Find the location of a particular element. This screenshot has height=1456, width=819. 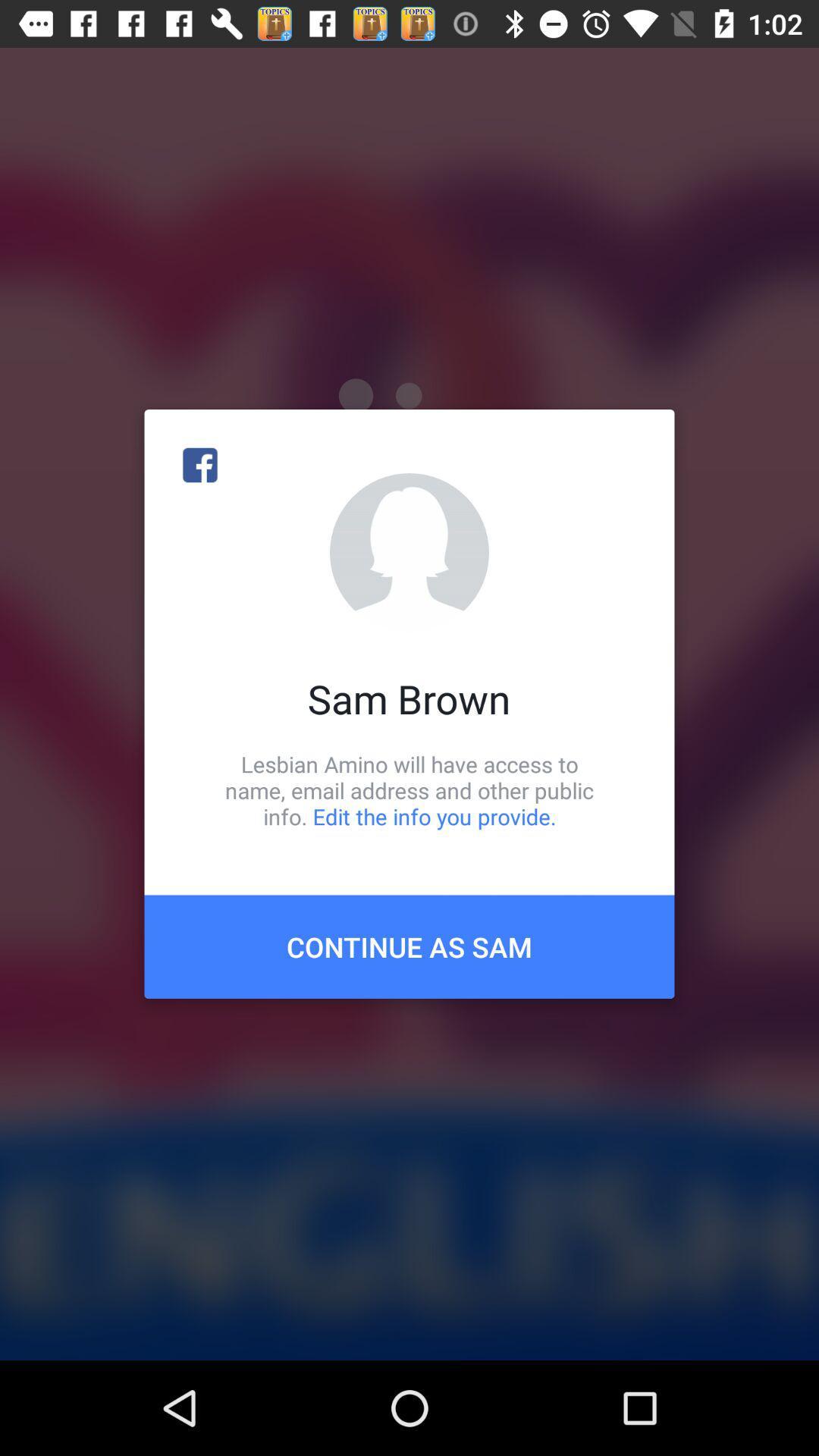

the icon below the lesbian amino will icon is located at coordinates (409, 946).